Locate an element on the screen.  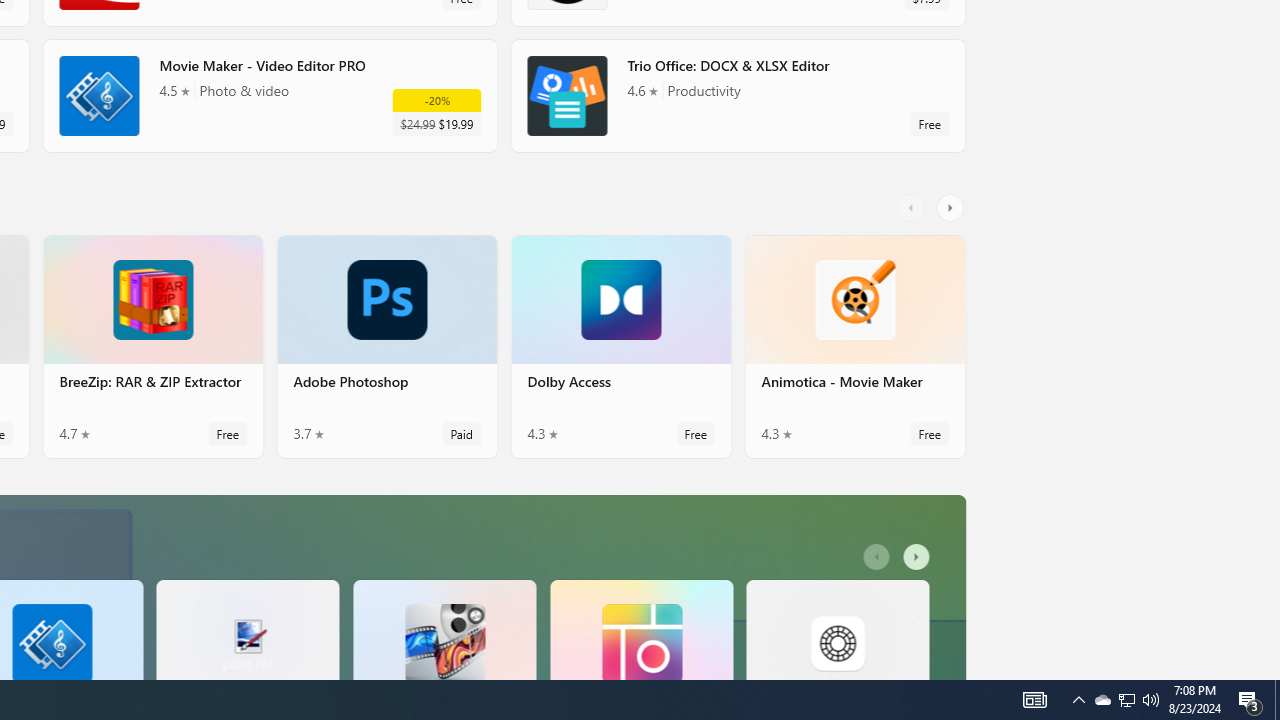
'AutomationID: RightScrollButton' is located at coordinates (918, 557).